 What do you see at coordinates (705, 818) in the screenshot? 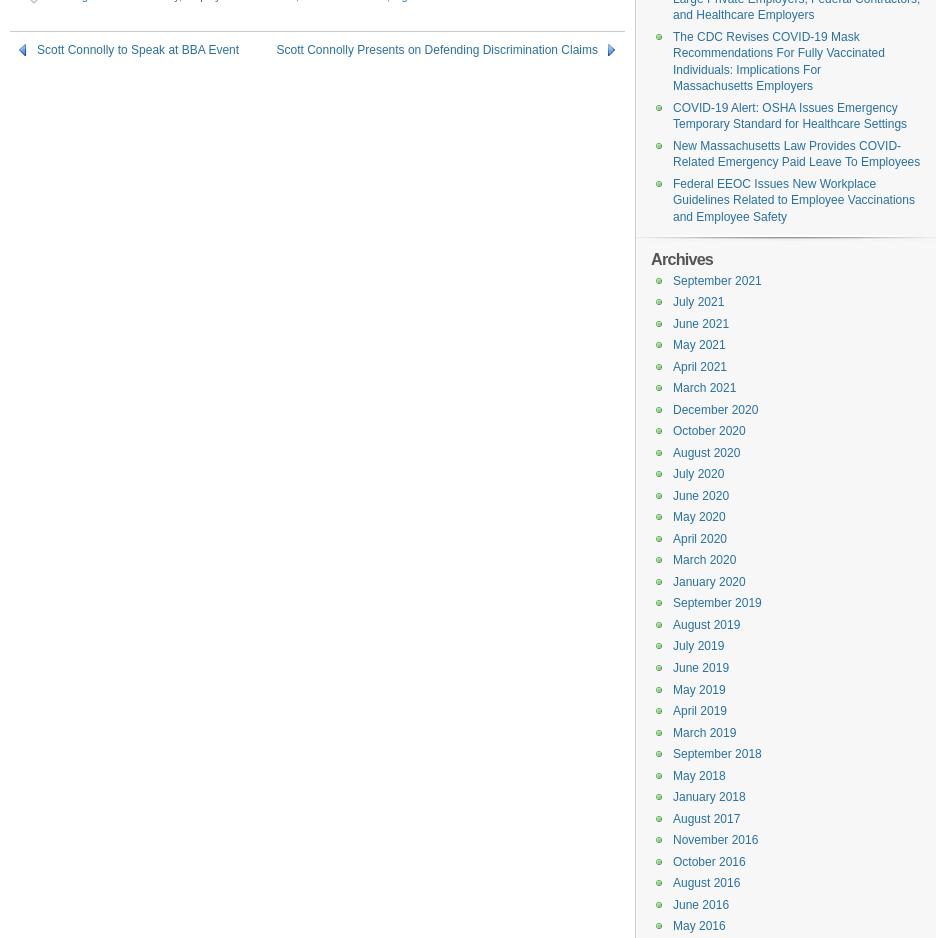
I see `'August 2017'` at bounding box center [705, 818].